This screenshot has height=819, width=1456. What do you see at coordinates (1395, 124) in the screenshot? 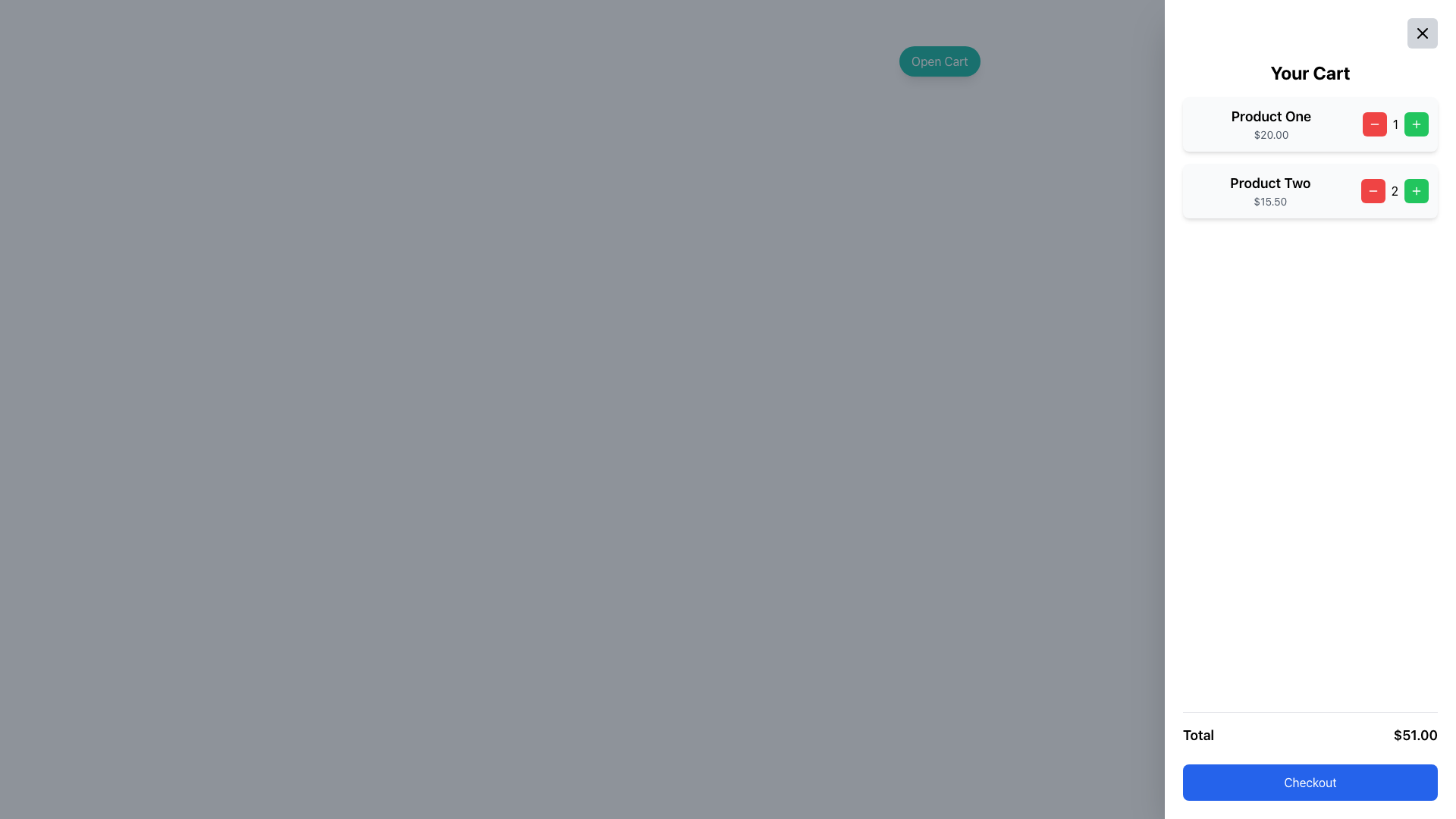
I see `the static text displaying the current quantity of 'Product One' in the cart, which shows the numeral '1' between two interactive buttons in the 'Your Cart' panel` at bounding box center [1395, 124].